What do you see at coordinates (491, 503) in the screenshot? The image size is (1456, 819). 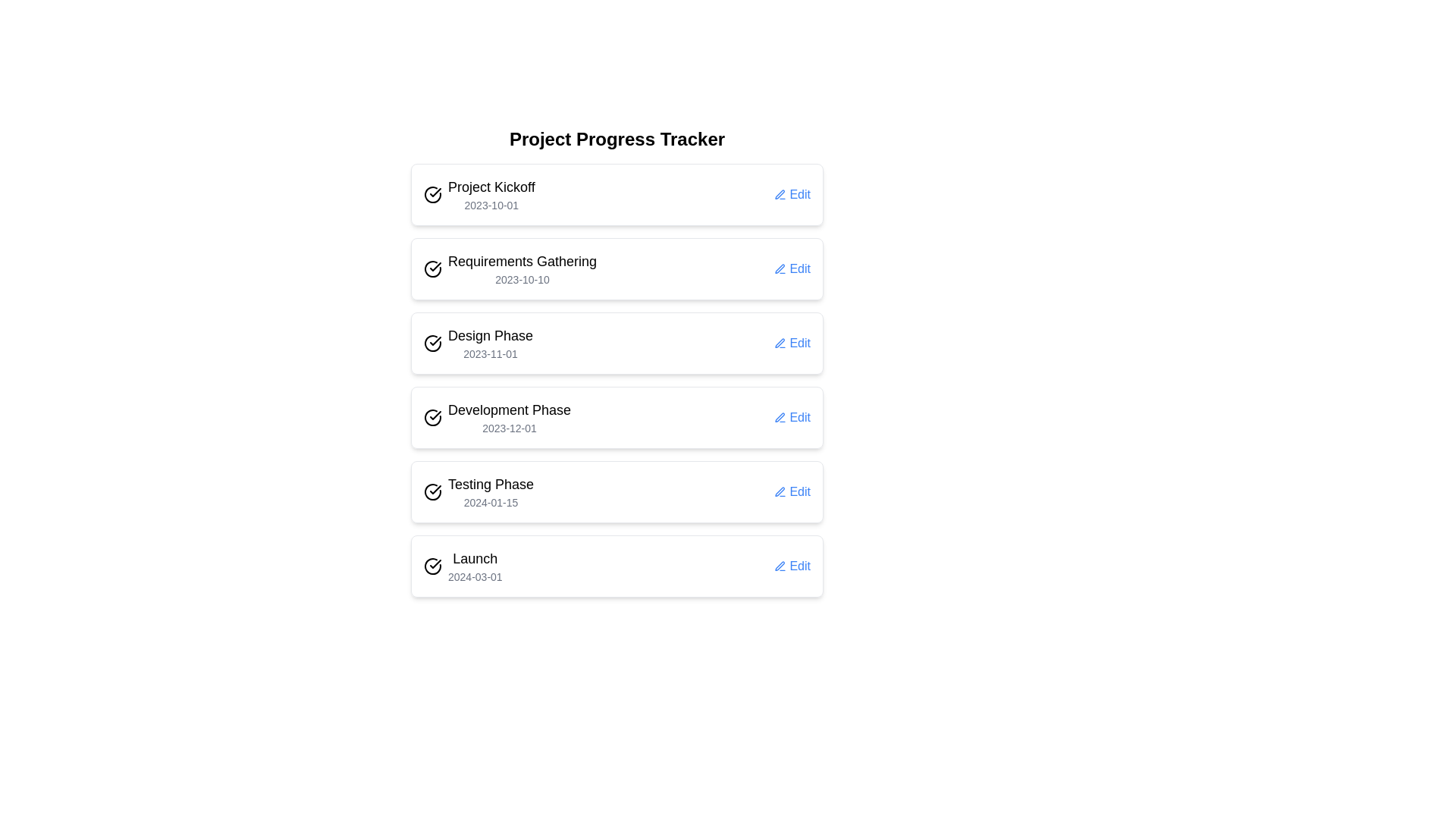 I see `the textual label displaying '2024-01-15', which is located under 'Testing Phase' in the list-like interface` at bounding box center [491, 503].